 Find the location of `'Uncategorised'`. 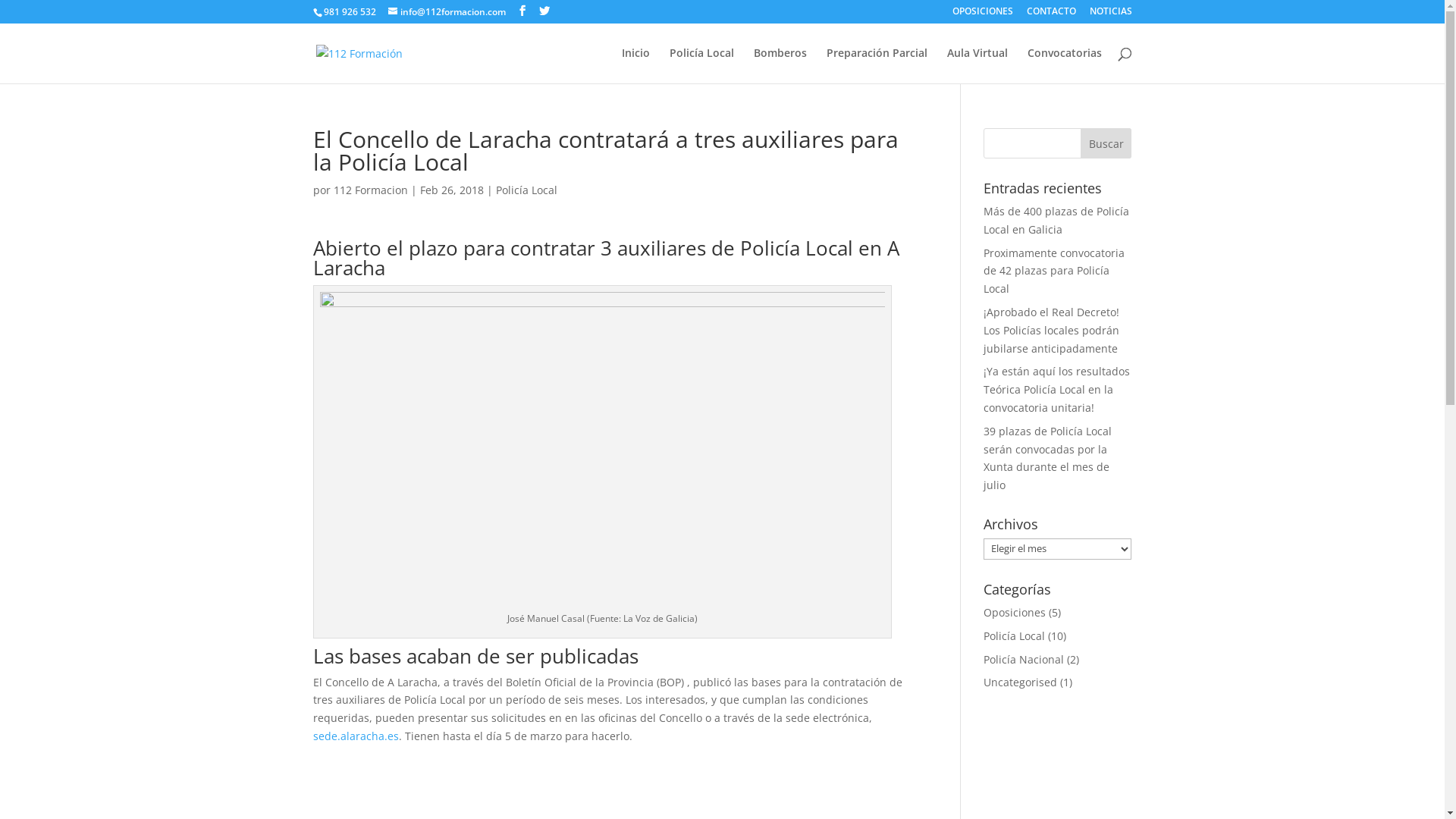

'Uncategorised' is located at coordinates (983, 681).